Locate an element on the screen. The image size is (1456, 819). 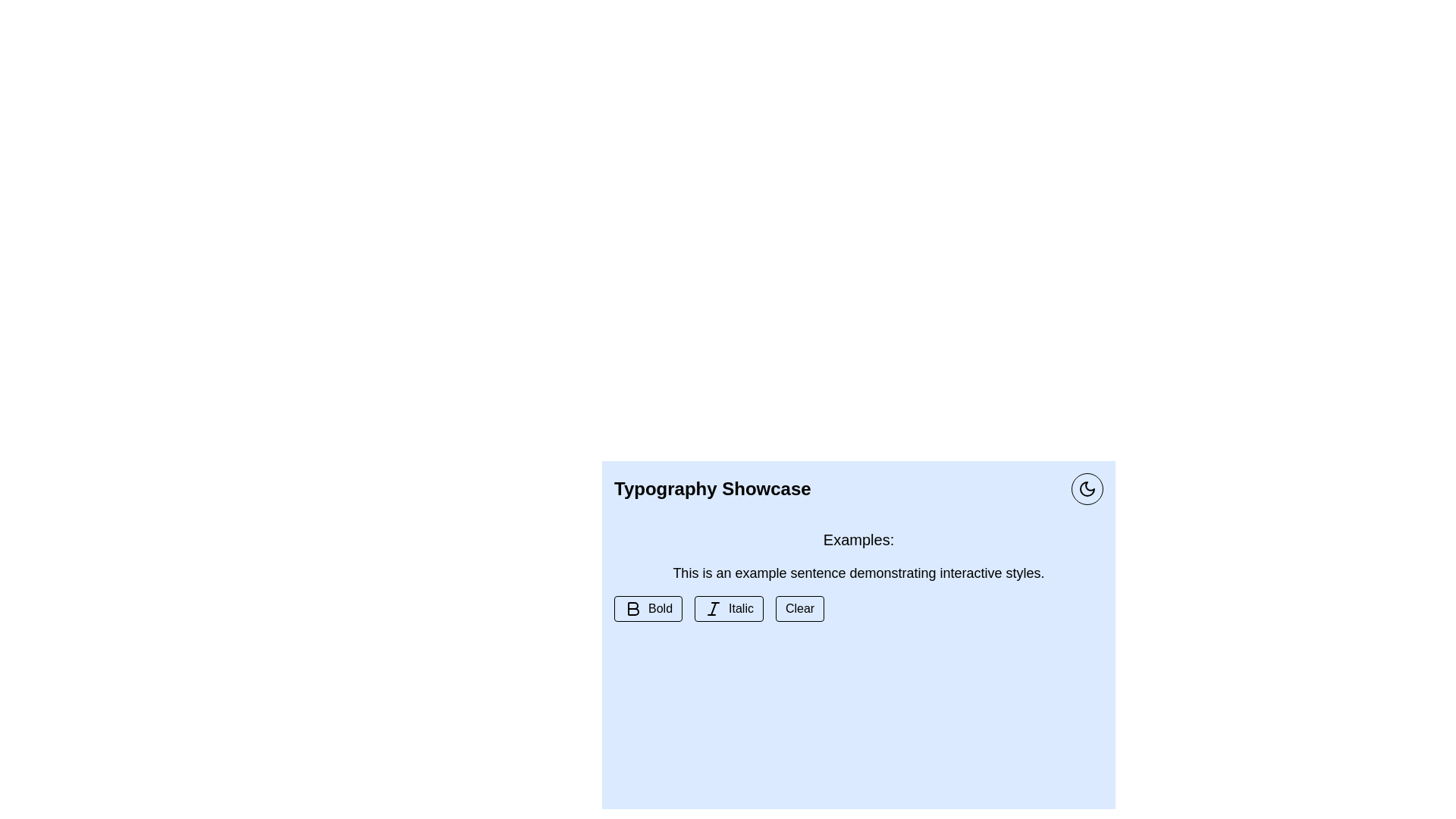
the button labeled 'Italic' that contains a black italicized uppercase 'I' icon is located at coordinates (712, 607).